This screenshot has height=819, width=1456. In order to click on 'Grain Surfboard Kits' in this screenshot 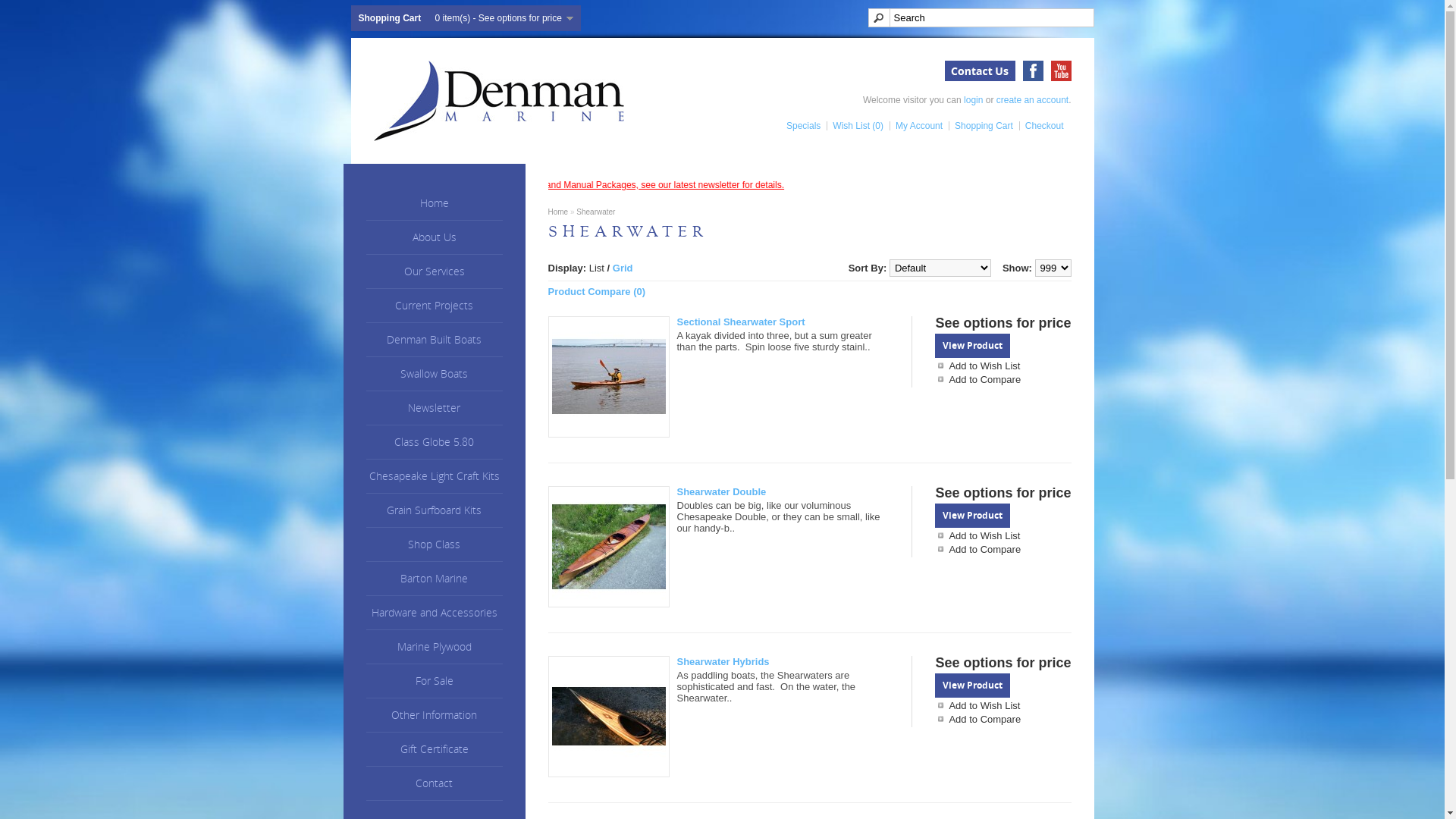, I will do `click(365, 510)`.